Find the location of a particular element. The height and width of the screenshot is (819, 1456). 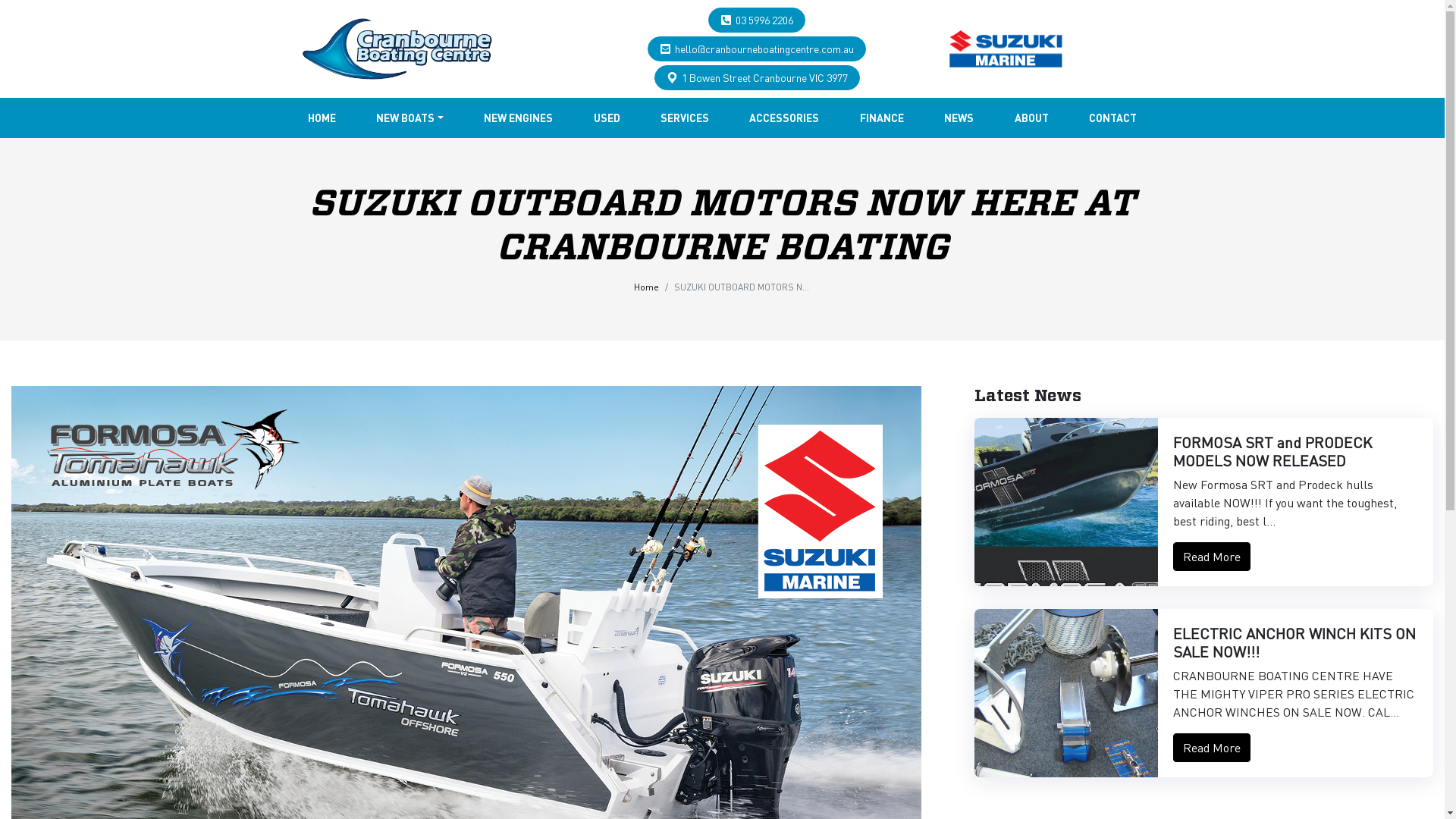

'Read More' is located at coordinates (1211, 747).